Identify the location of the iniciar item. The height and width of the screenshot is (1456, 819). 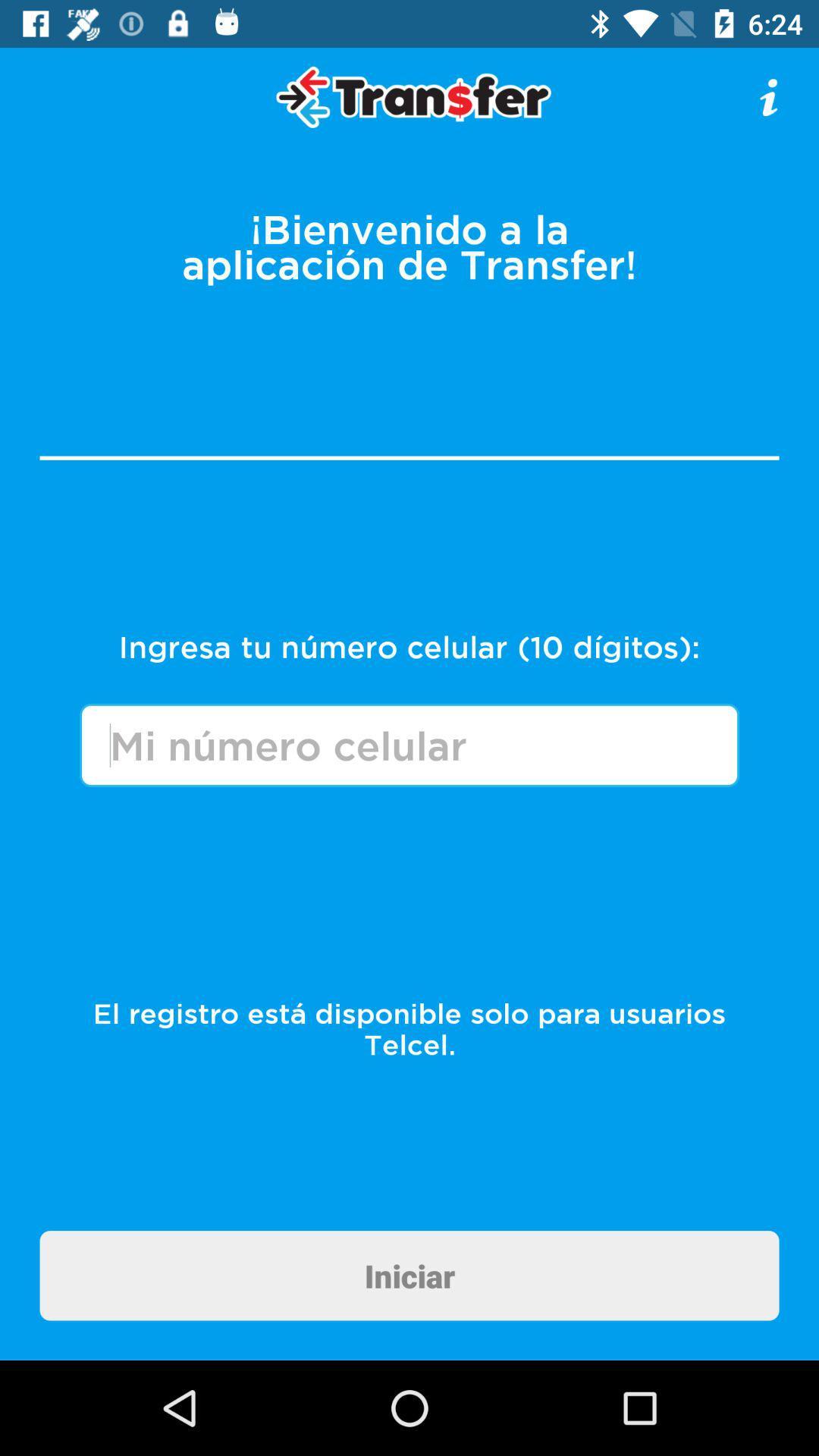
(409, 1275).